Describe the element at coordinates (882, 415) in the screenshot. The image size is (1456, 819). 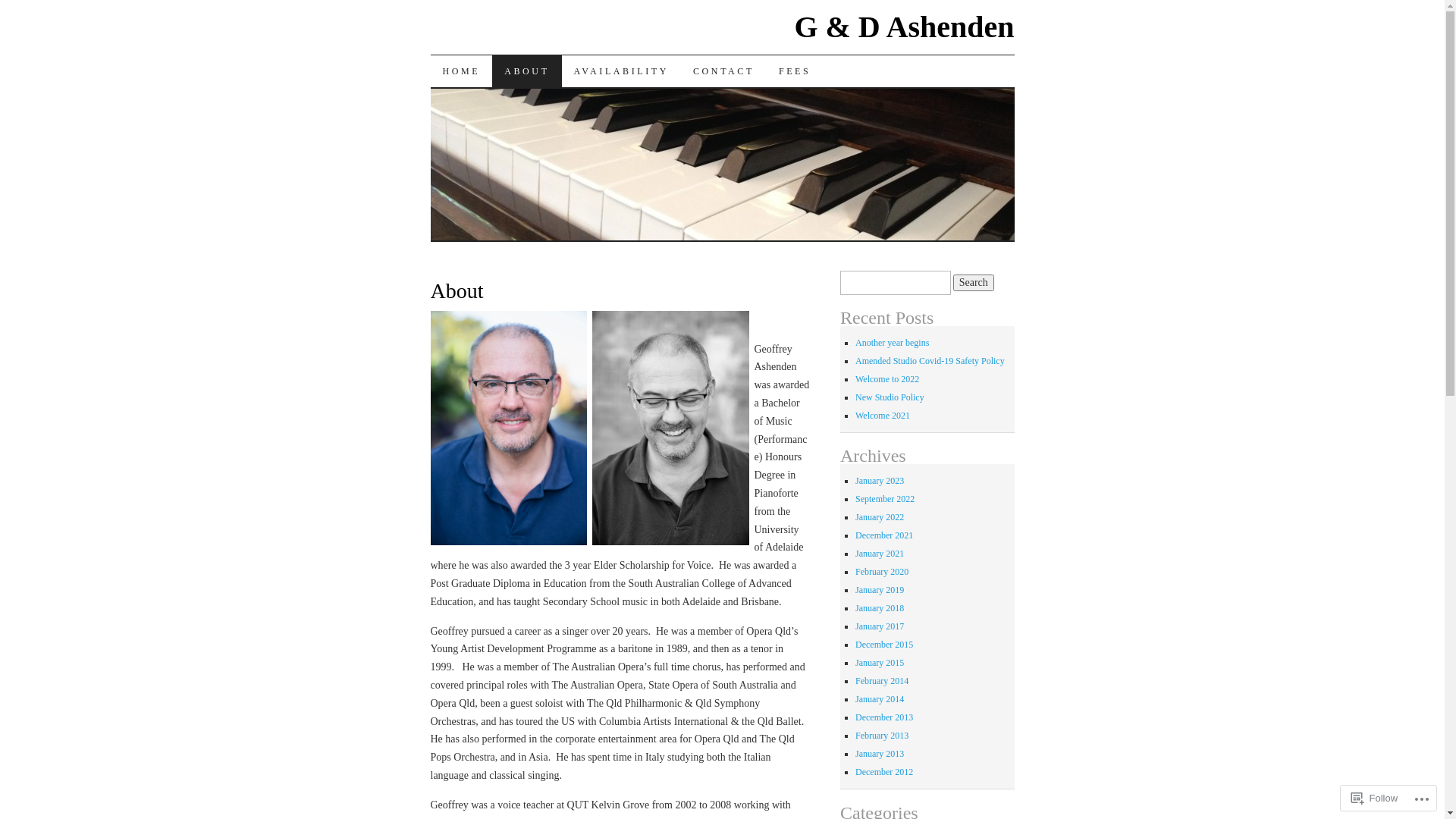
I see `'Welcome 2021'` at that location.